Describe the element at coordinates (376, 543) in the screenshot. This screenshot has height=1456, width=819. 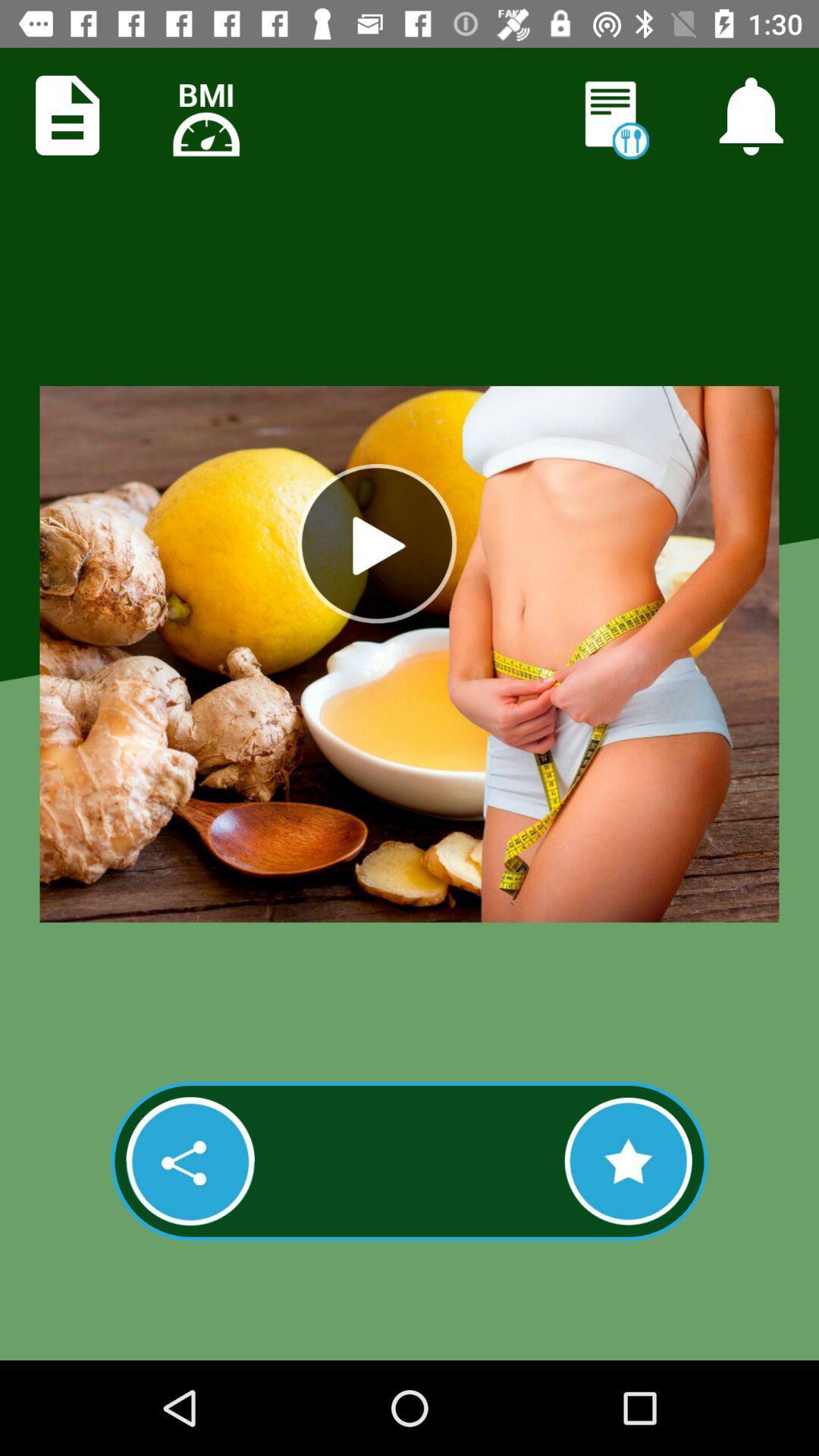
I see `play` at that location.